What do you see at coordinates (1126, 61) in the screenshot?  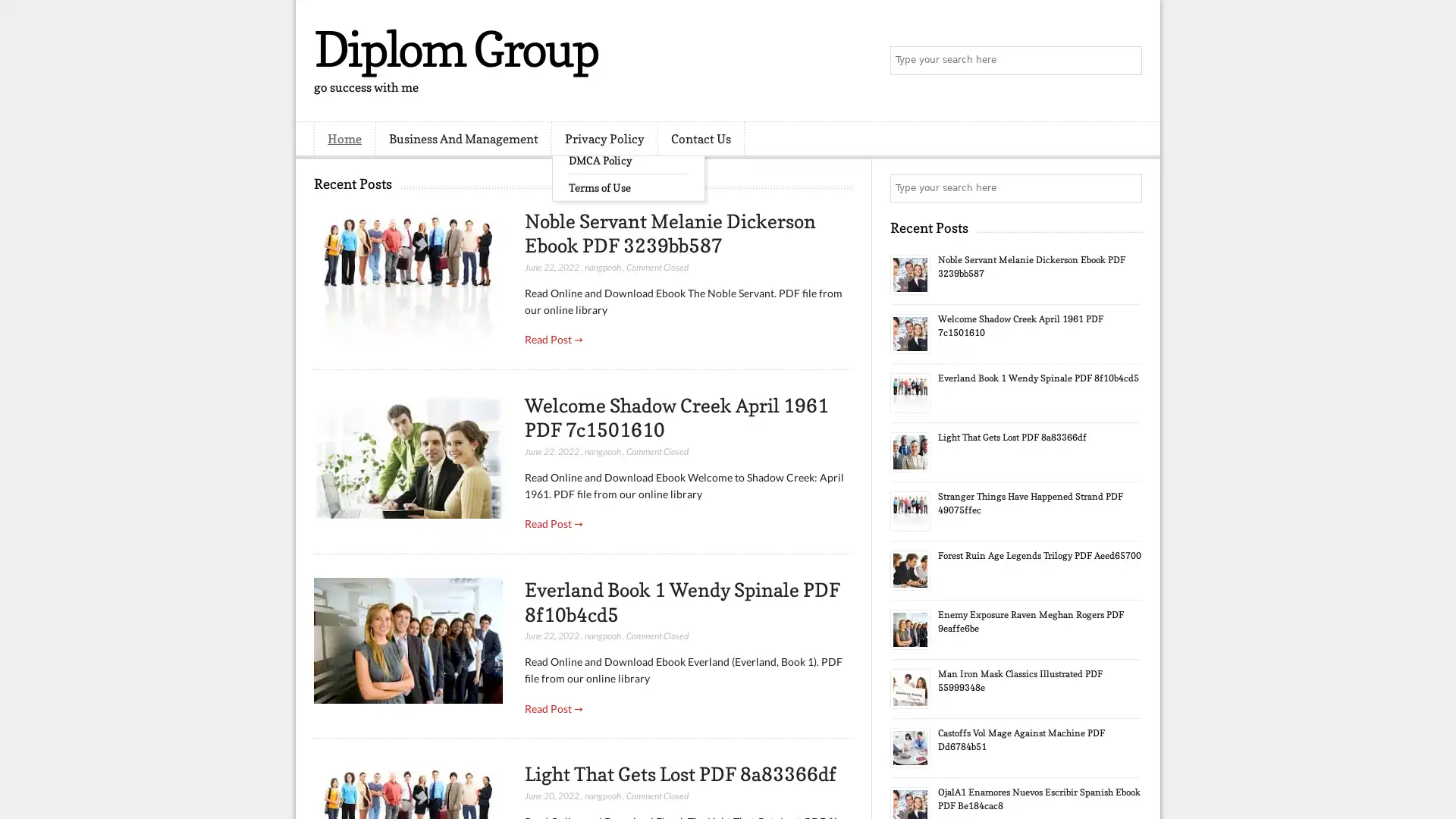 I see `Search` at bounding box center [1126, 61].